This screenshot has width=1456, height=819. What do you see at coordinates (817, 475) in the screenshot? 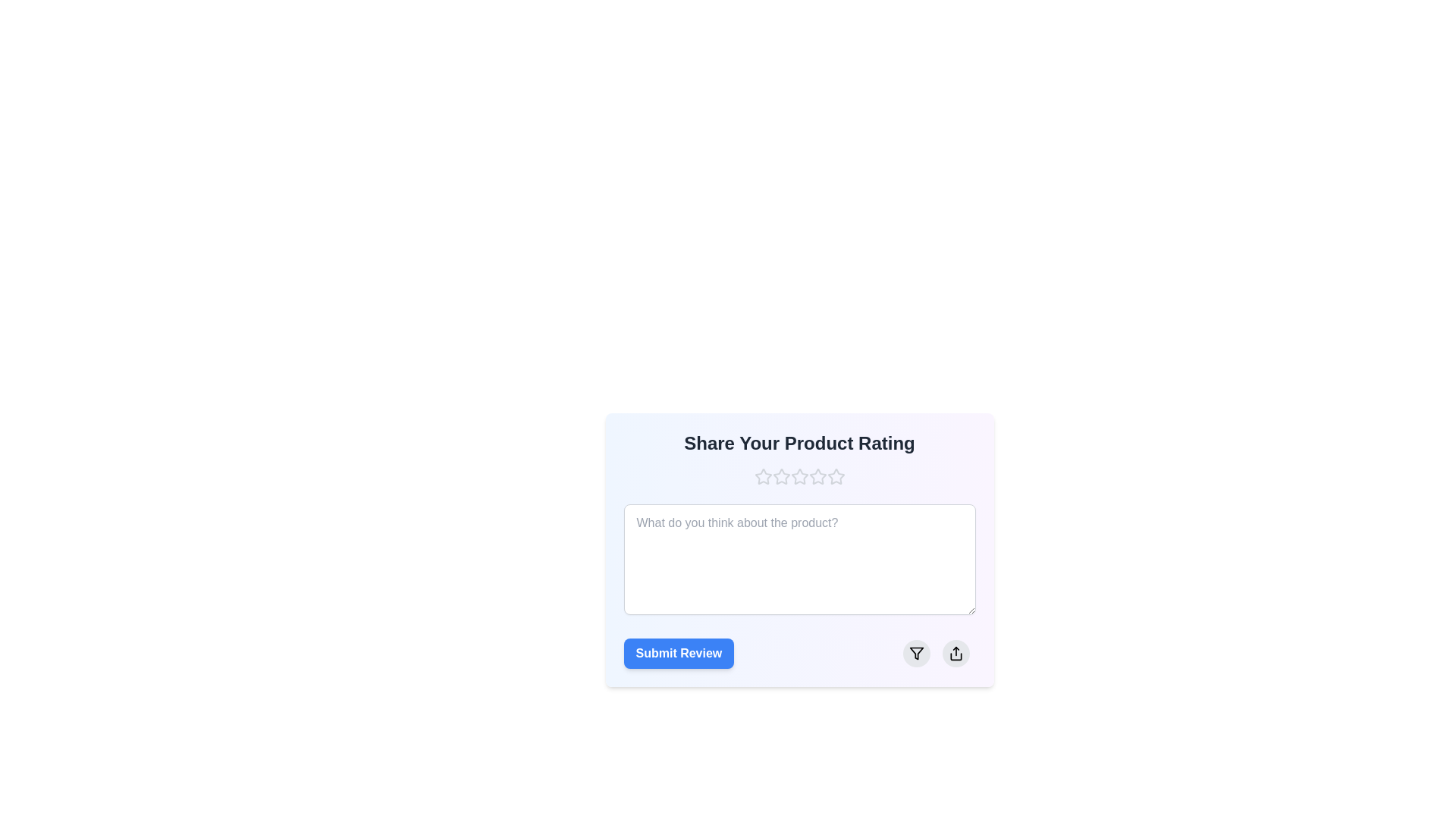
I see `the third star icon, which is styled with a gray hue and located in the 'Share Your Product Rating' section` at bounding box center [817, 475].